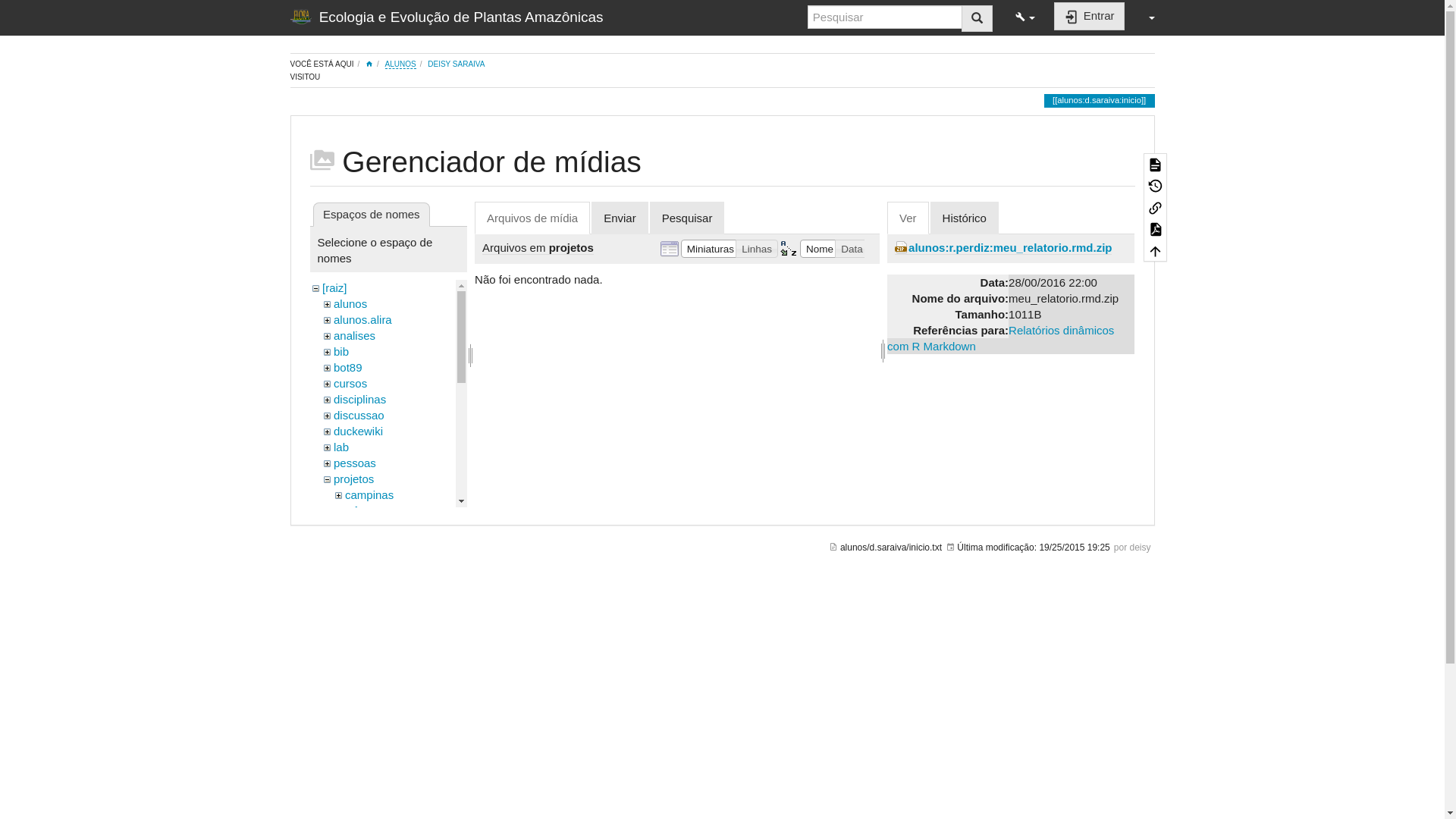 The height and width of the screenshot is (819, 1456). What do you see at coordinates (455, 63) in the screenshot?
I see `'DEISY SARAIVA'` at bounding box center [455, 63].